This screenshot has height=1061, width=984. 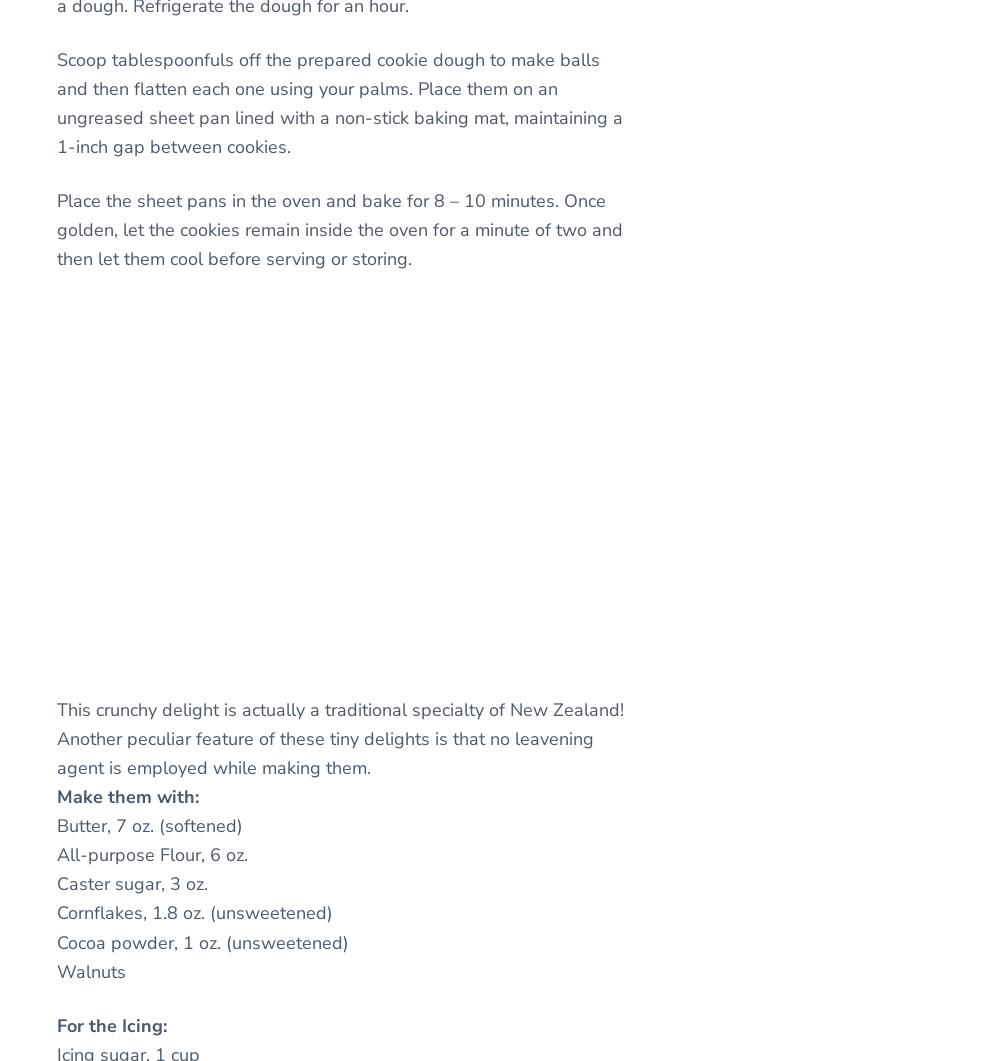 What do you see at coordinates (110, 1024) in the screenshot?
I see `'For the Icing:'` at bounding box center [110, 1024].